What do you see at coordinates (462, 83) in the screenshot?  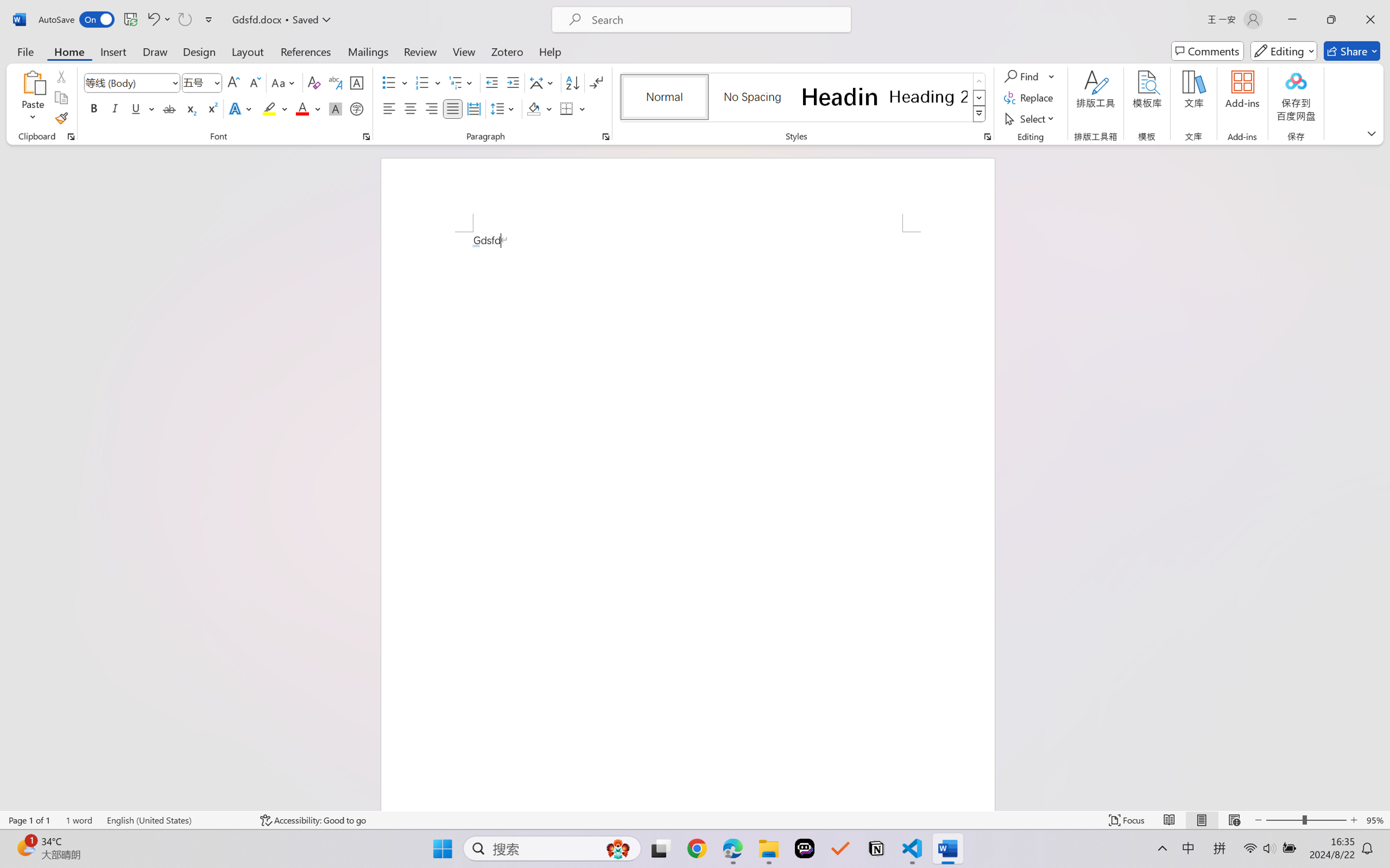 I see `'Multilevel List'` at bounding box center [462, 83].